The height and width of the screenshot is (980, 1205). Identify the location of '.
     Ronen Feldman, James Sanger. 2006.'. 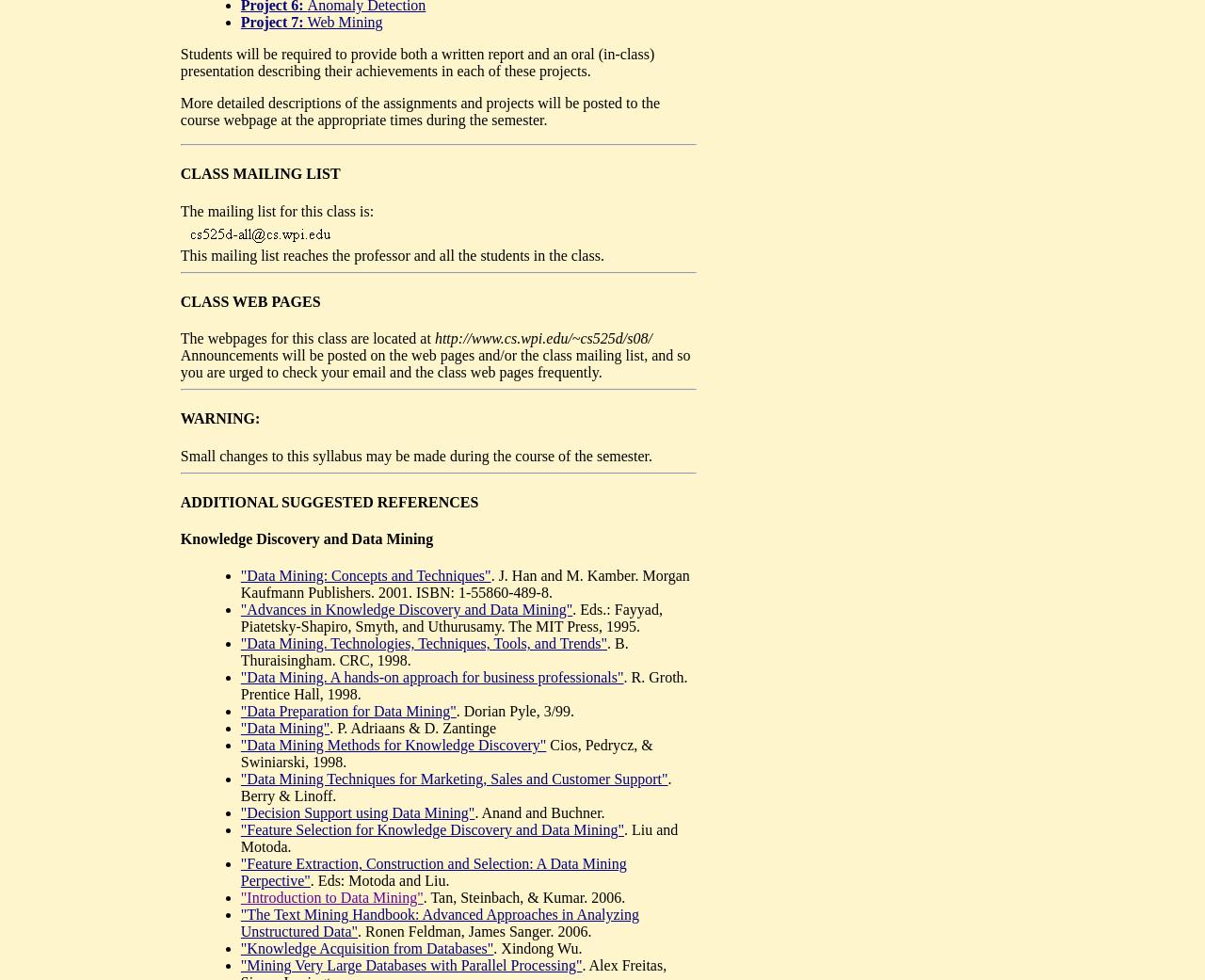
(474, 931).